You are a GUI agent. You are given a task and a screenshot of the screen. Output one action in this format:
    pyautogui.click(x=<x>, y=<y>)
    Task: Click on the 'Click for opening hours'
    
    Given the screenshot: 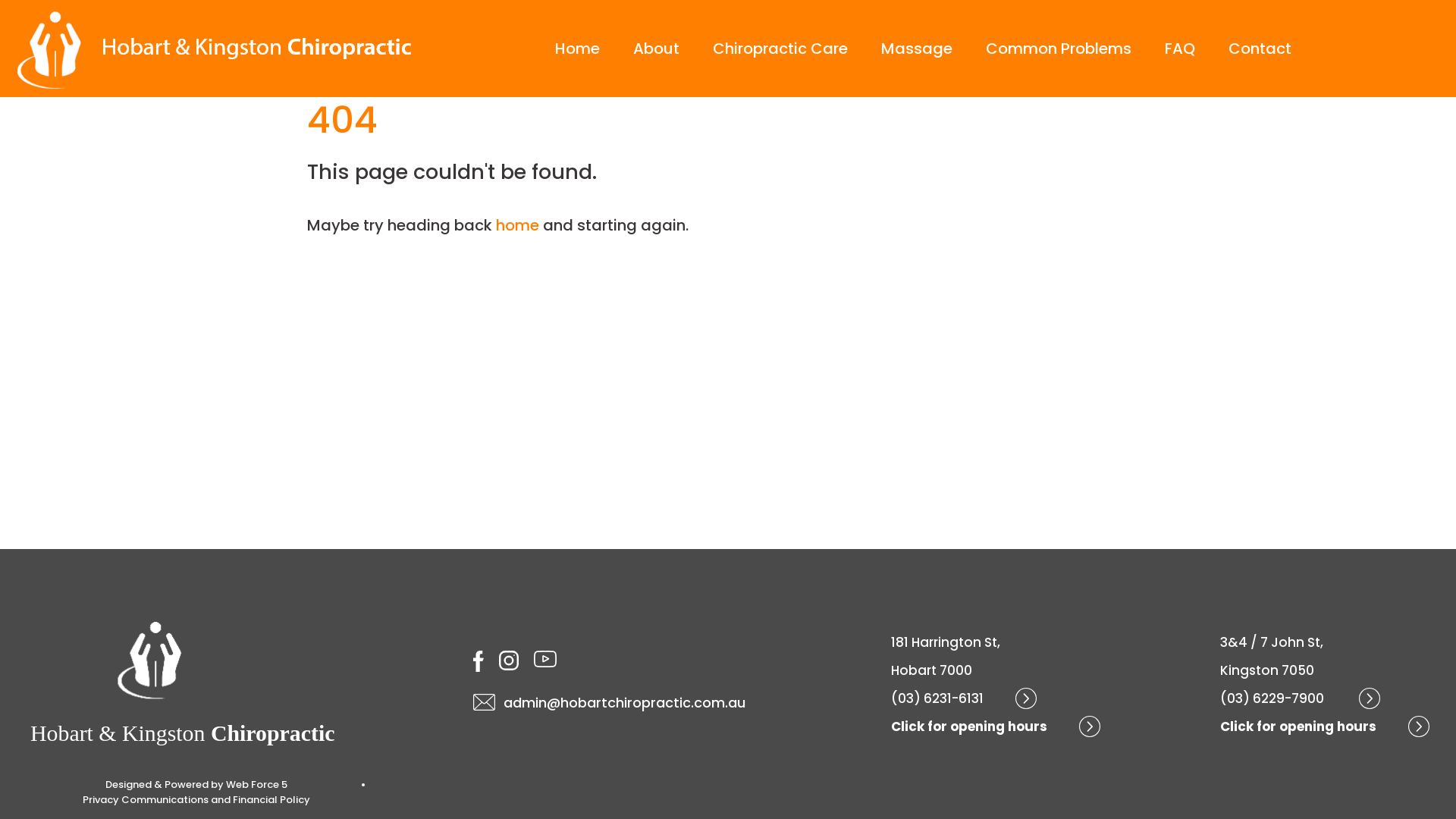 What is the action you would take?
    pyautogui.click(x=1324, y=725)
    